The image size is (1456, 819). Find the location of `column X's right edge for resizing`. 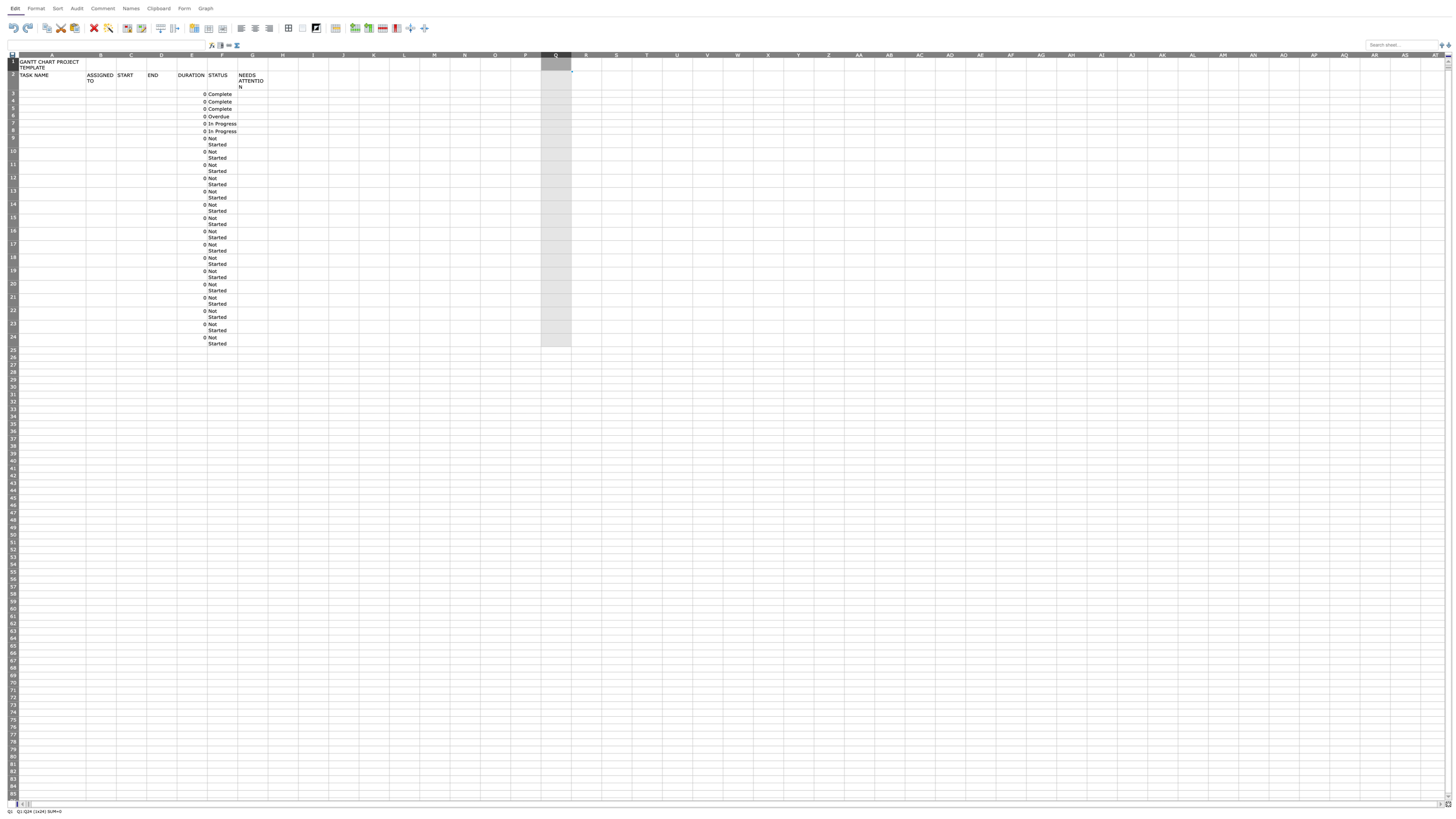

column X's right edge for resizing is located at coordinates (783, 54).